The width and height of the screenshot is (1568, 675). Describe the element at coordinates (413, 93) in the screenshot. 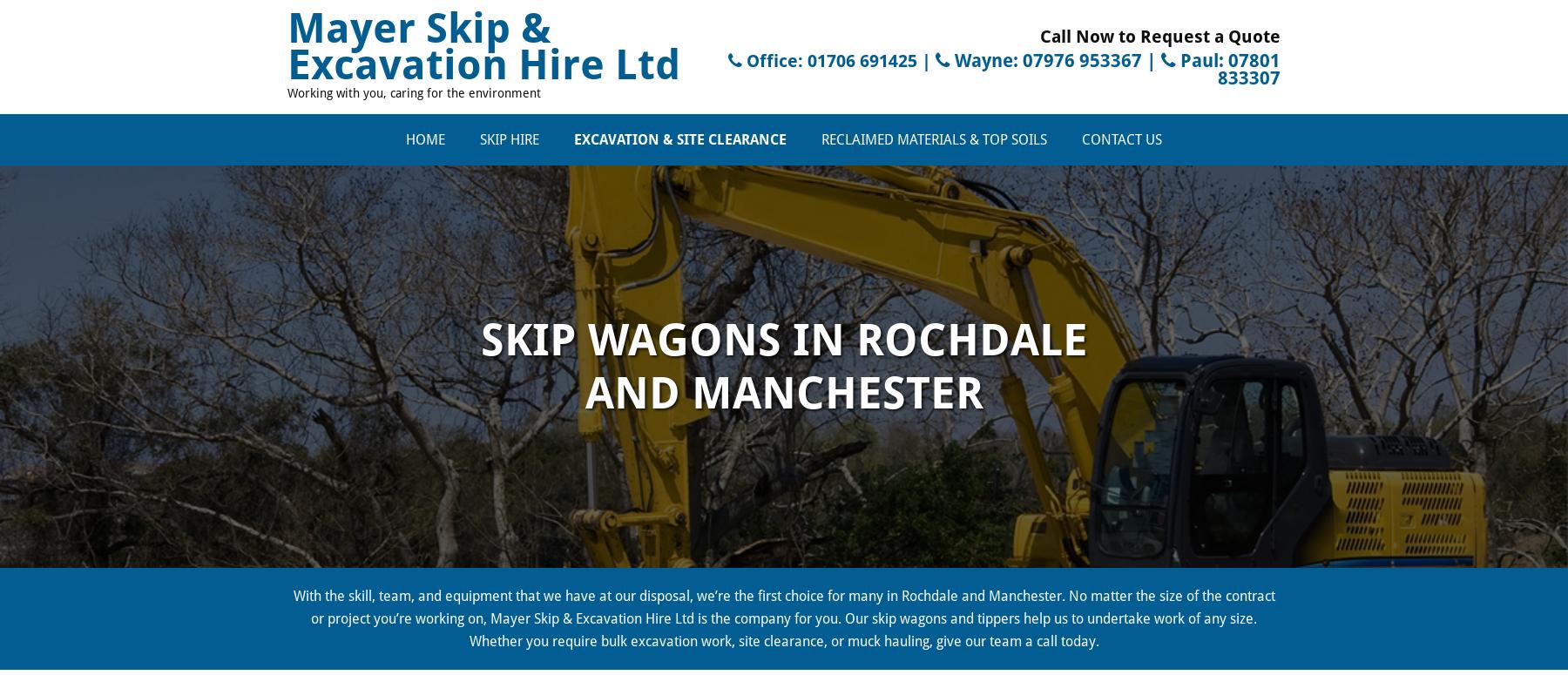

I see `'Working with you, caring for the environment'` at that location.